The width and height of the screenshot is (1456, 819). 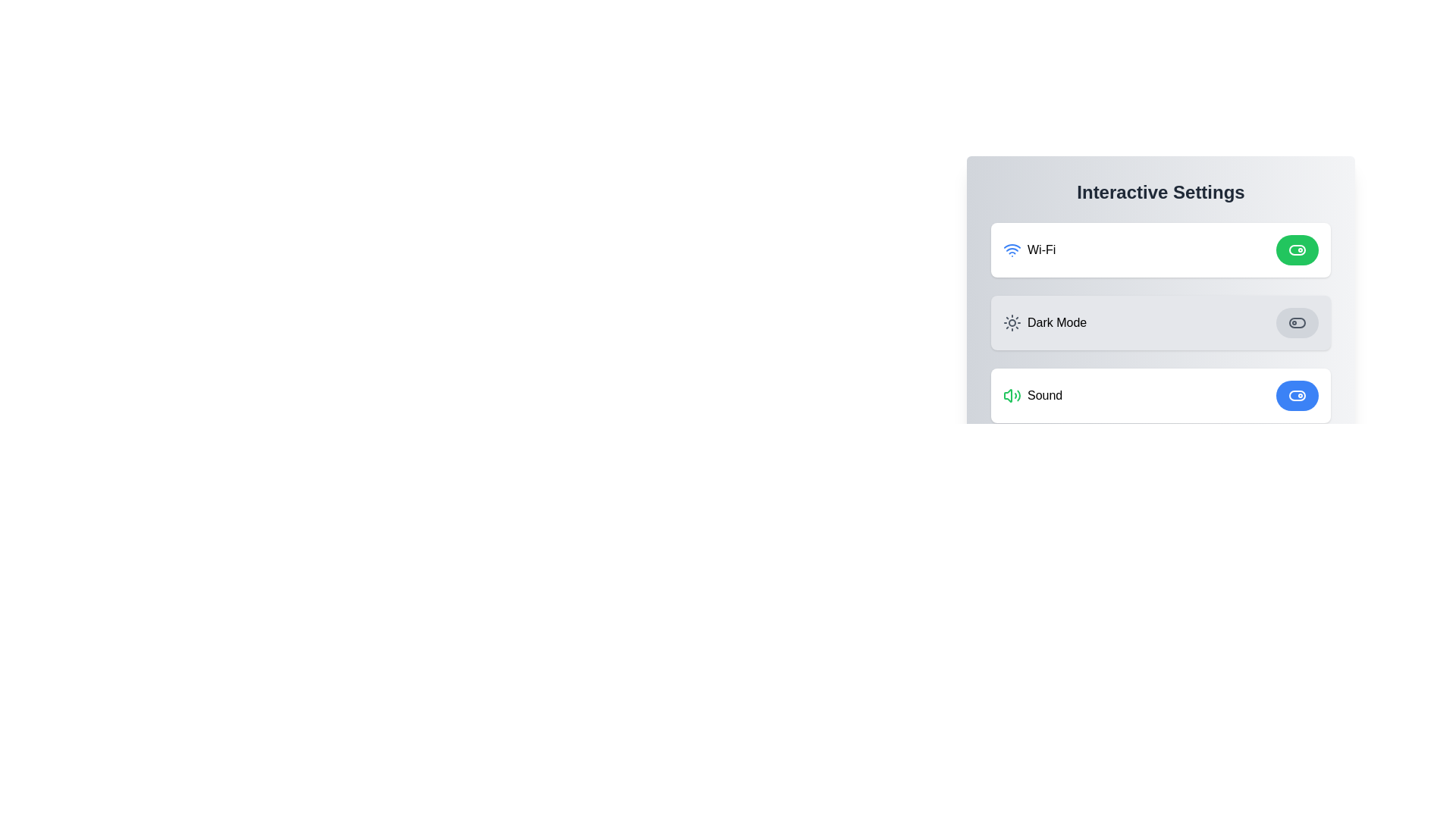 I want to click on the blue Wi-Fi icon located on the left side of the 'Wi-Fi' row in the interactive settings panel, so click(x=1012, y=249).